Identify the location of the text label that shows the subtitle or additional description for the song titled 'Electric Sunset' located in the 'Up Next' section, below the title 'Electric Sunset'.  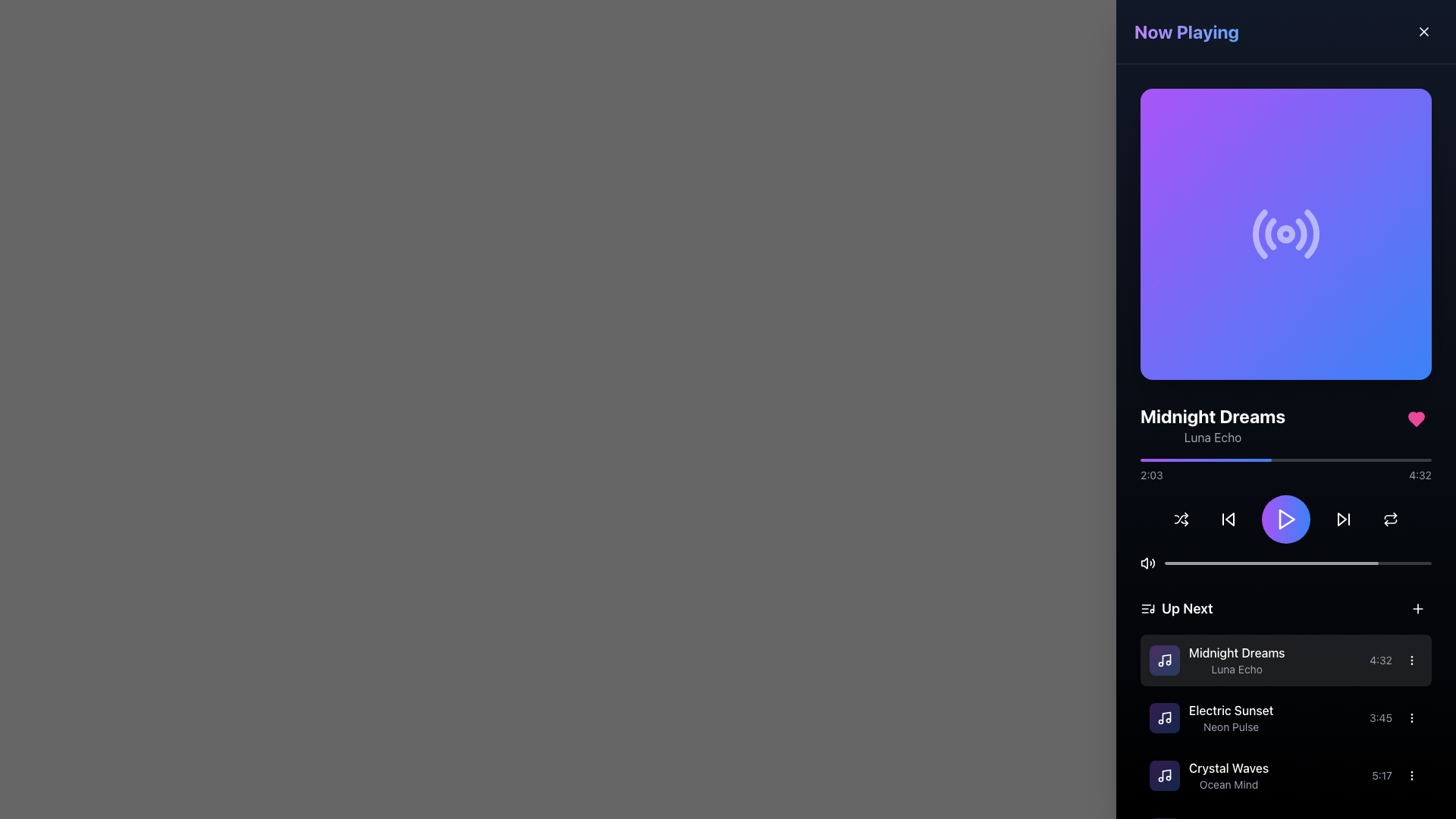
(1231, 726).